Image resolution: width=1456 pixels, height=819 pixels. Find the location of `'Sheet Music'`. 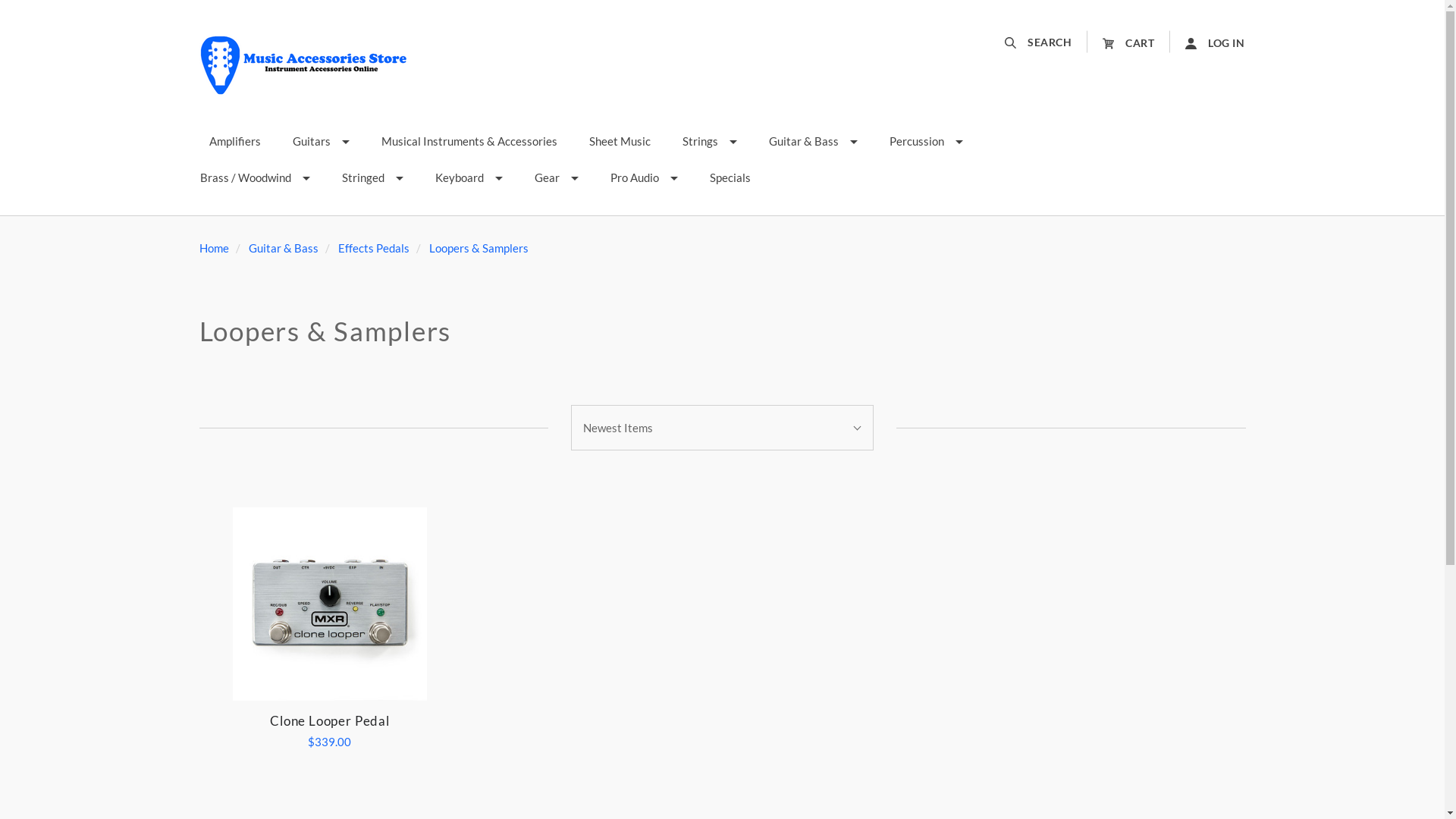

'Sheet Music' is located at coordinates (620, 141).